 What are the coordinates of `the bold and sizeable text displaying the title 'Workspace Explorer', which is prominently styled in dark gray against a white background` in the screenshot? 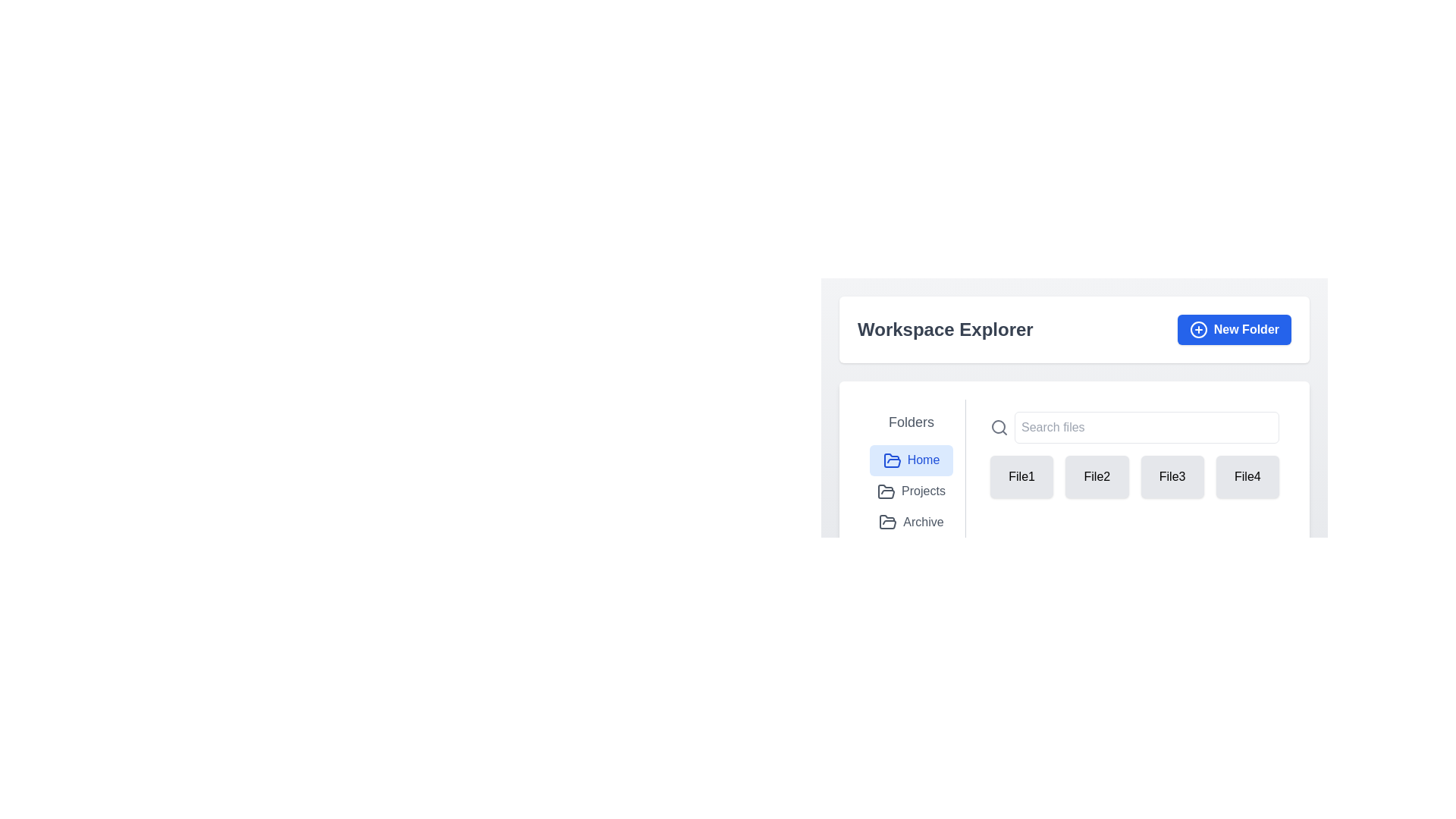 It's located at (944, 329).